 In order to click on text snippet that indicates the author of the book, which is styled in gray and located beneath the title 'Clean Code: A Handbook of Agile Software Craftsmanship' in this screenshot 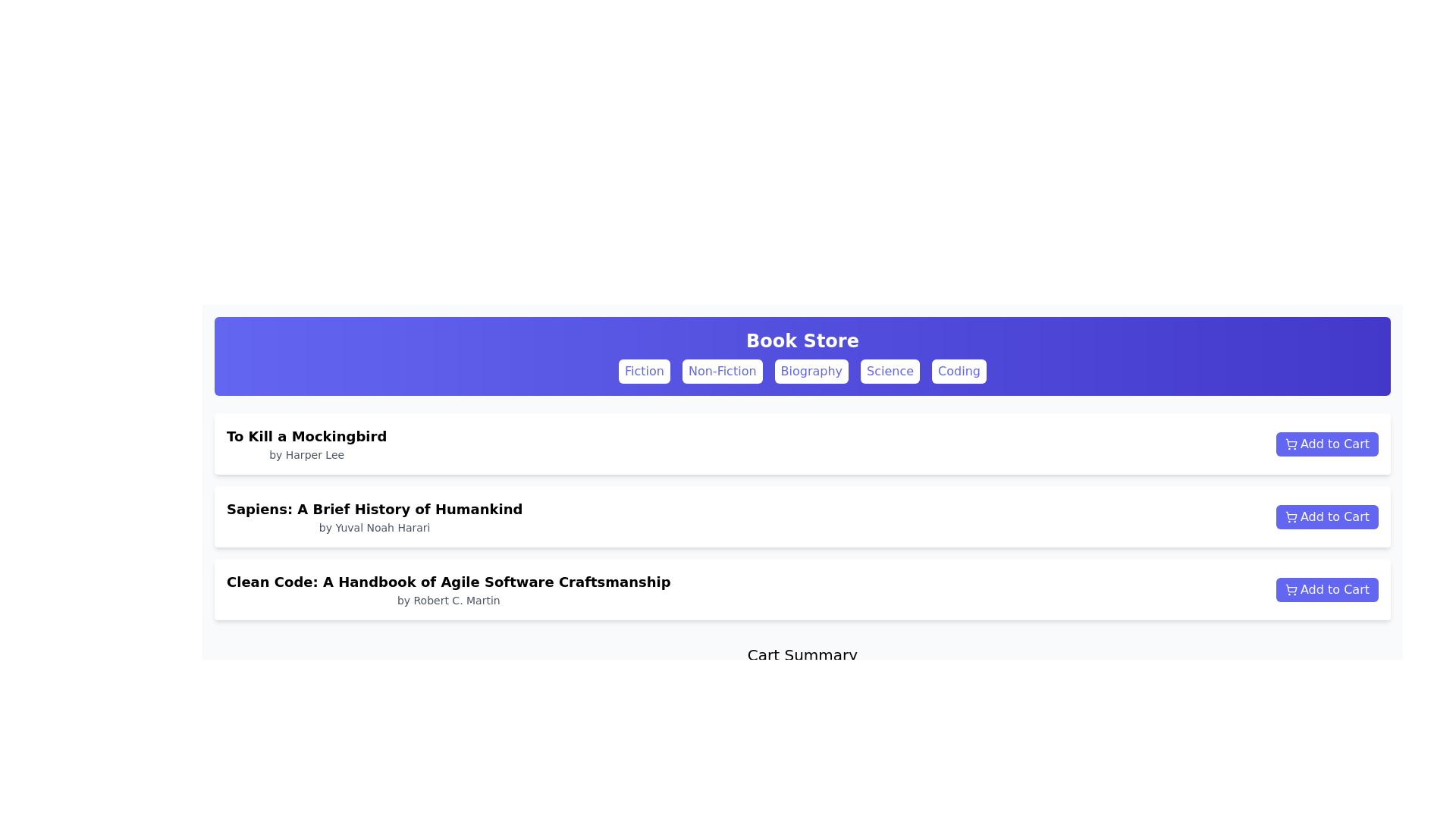, I will do `click(447, 599)`.